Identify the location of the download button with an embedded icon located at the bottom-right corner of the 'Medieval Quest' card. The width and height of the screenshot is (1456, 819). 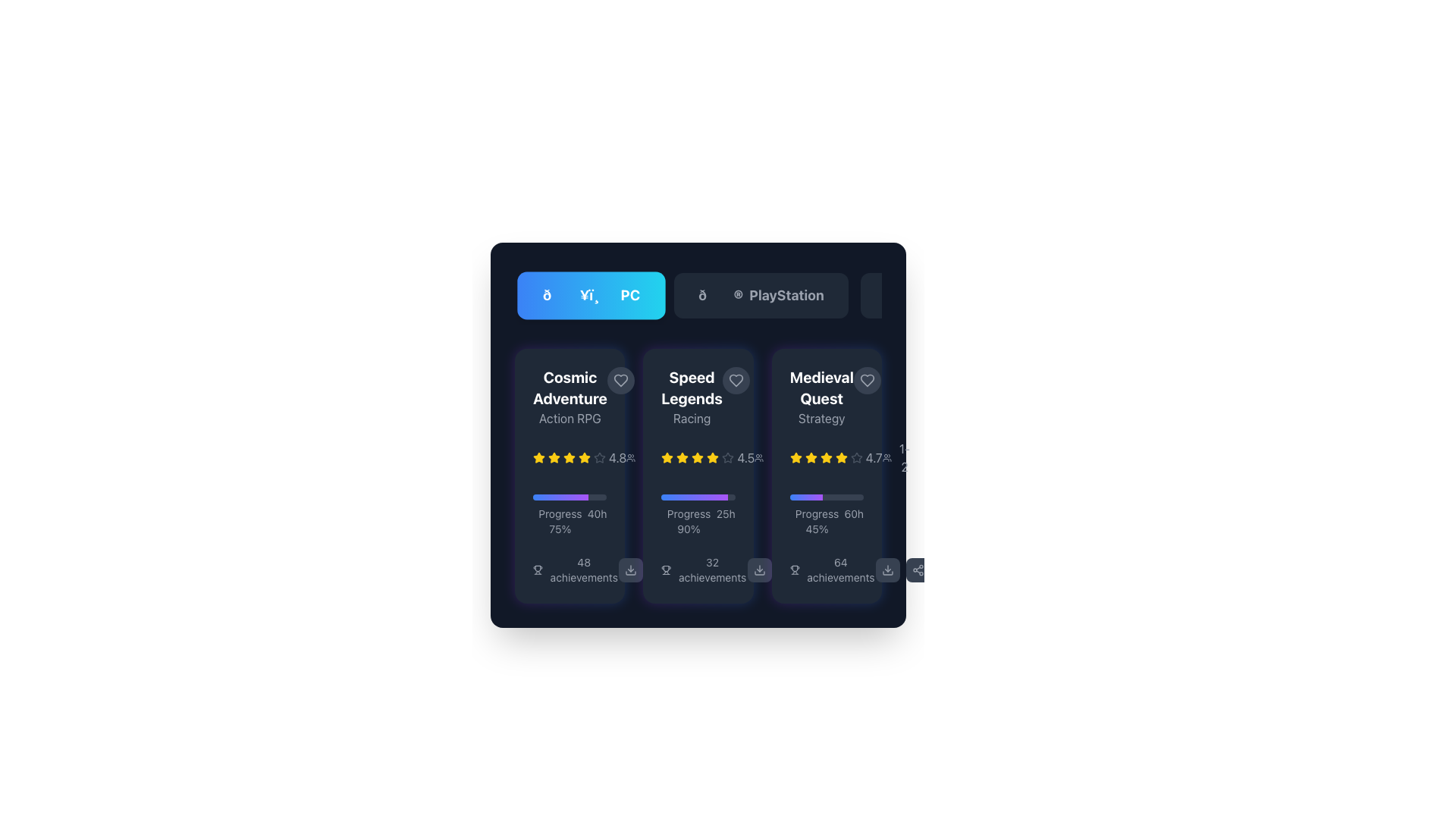
(887, 570).